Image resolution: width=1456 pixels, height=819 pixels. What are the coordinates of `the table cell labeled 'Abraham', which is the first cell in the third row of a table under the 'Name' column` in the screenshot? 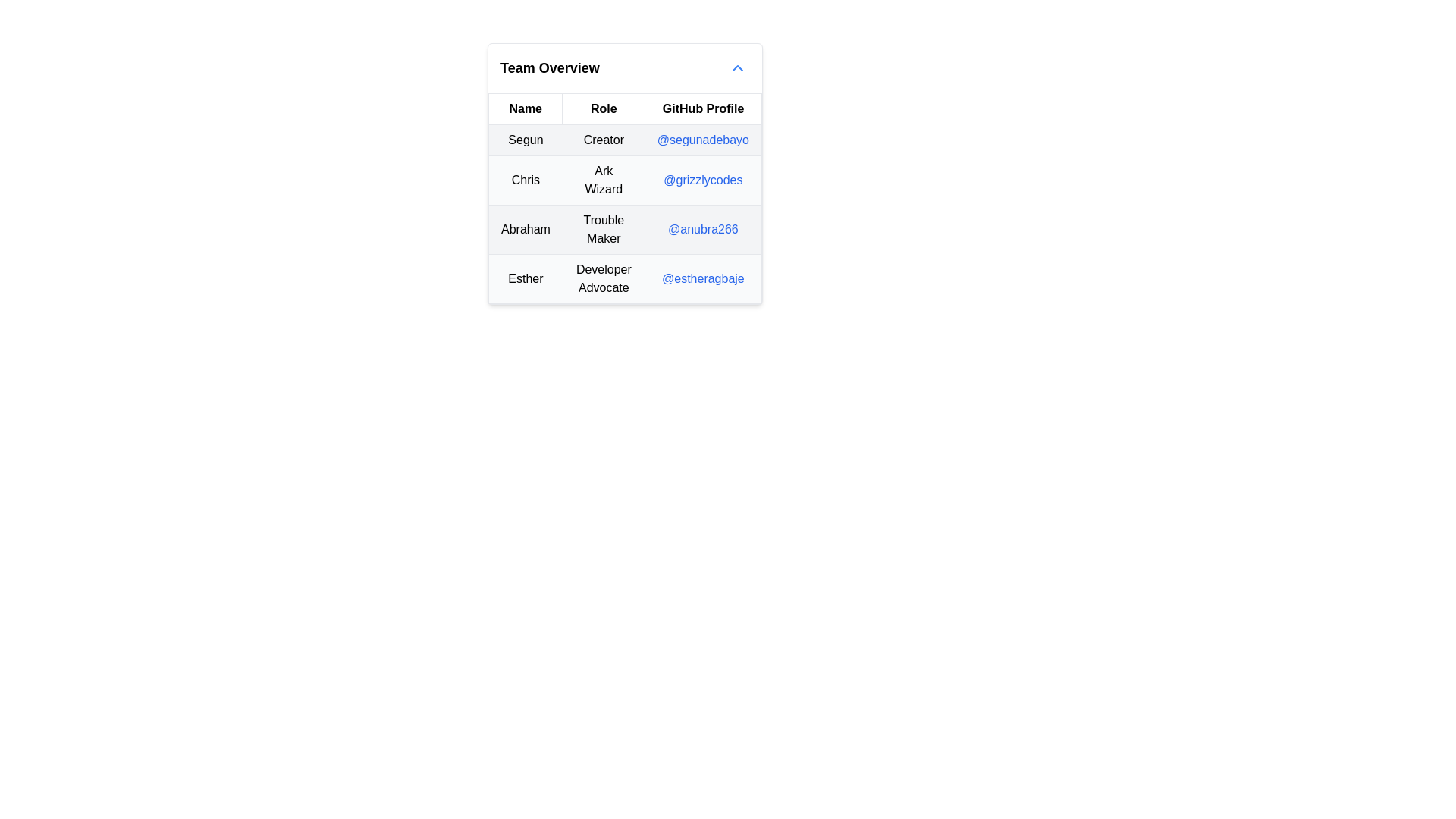 It's located at (526, 230).